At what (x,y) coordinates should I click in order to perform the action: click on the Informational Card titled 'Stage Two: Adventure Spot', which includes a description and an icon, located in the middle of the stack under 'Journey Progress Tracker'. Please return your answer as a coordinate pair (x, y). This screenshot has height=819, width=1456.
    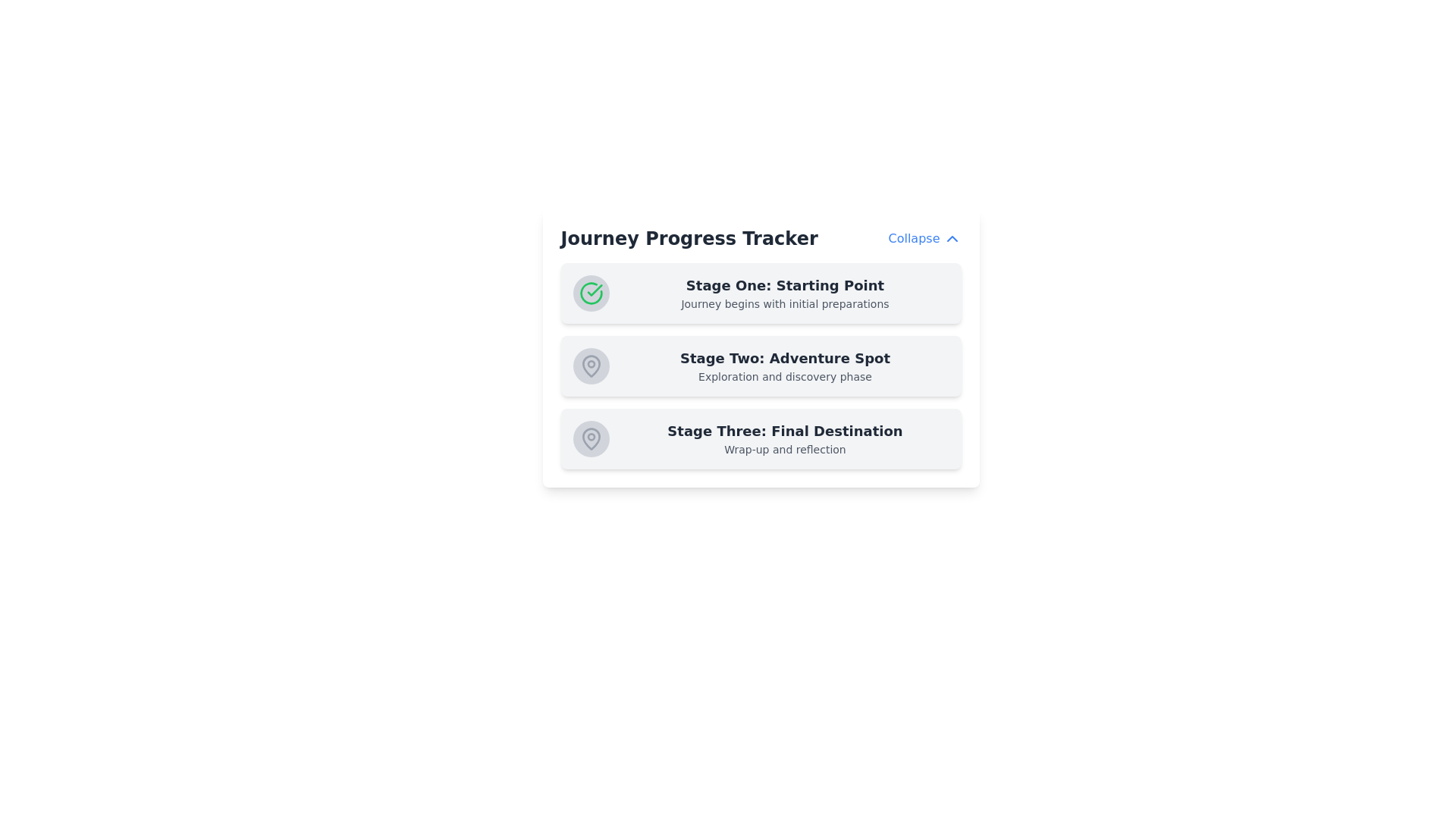
    Looking at the image, I should click on (761, 348).